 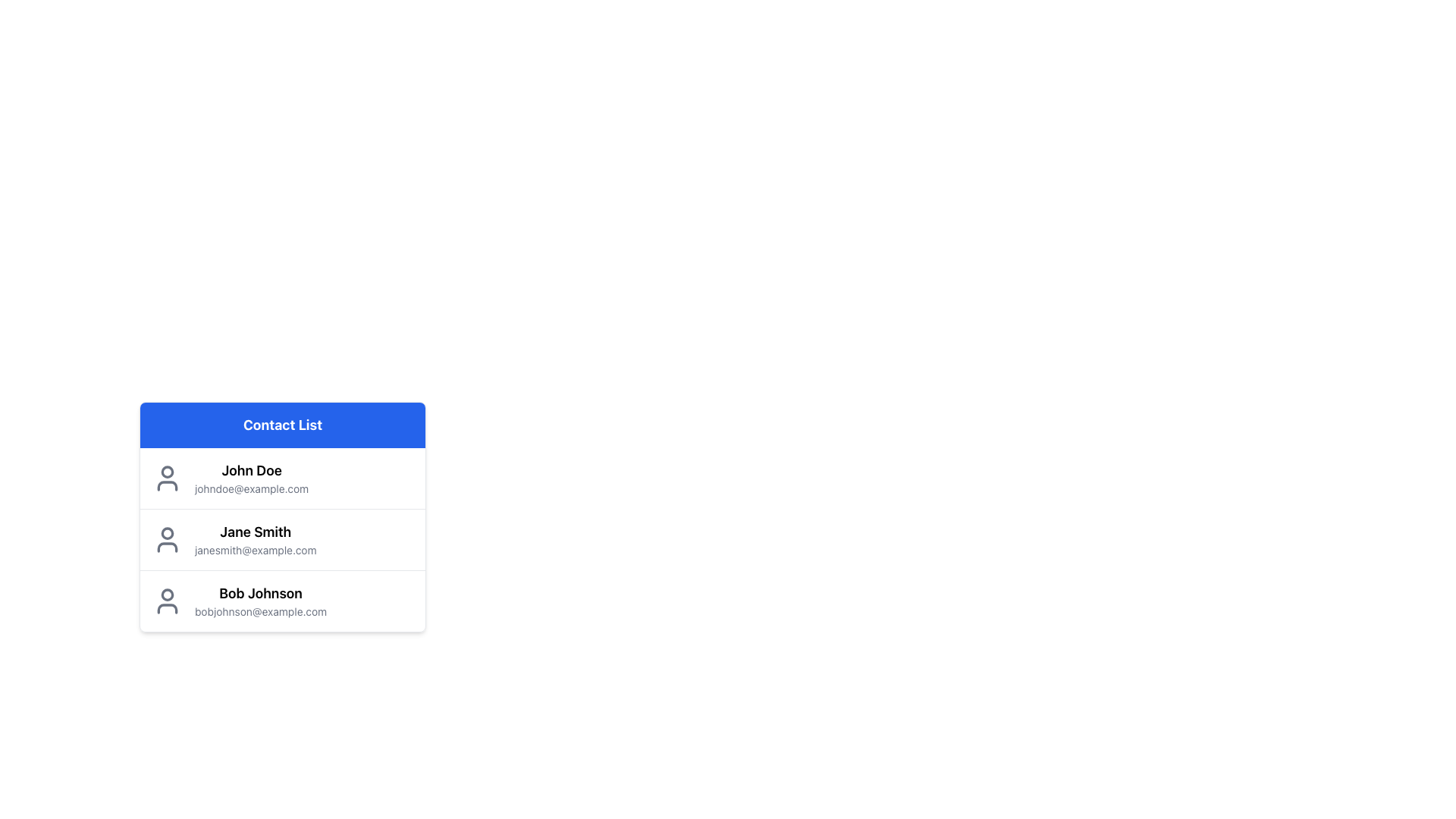 What do you see at coordinates (261, 601) in the screenshot?
I see `contact information displayed in the third row of the contact list, which includes the name and email address of the individual` at bounding box center [261, 601].